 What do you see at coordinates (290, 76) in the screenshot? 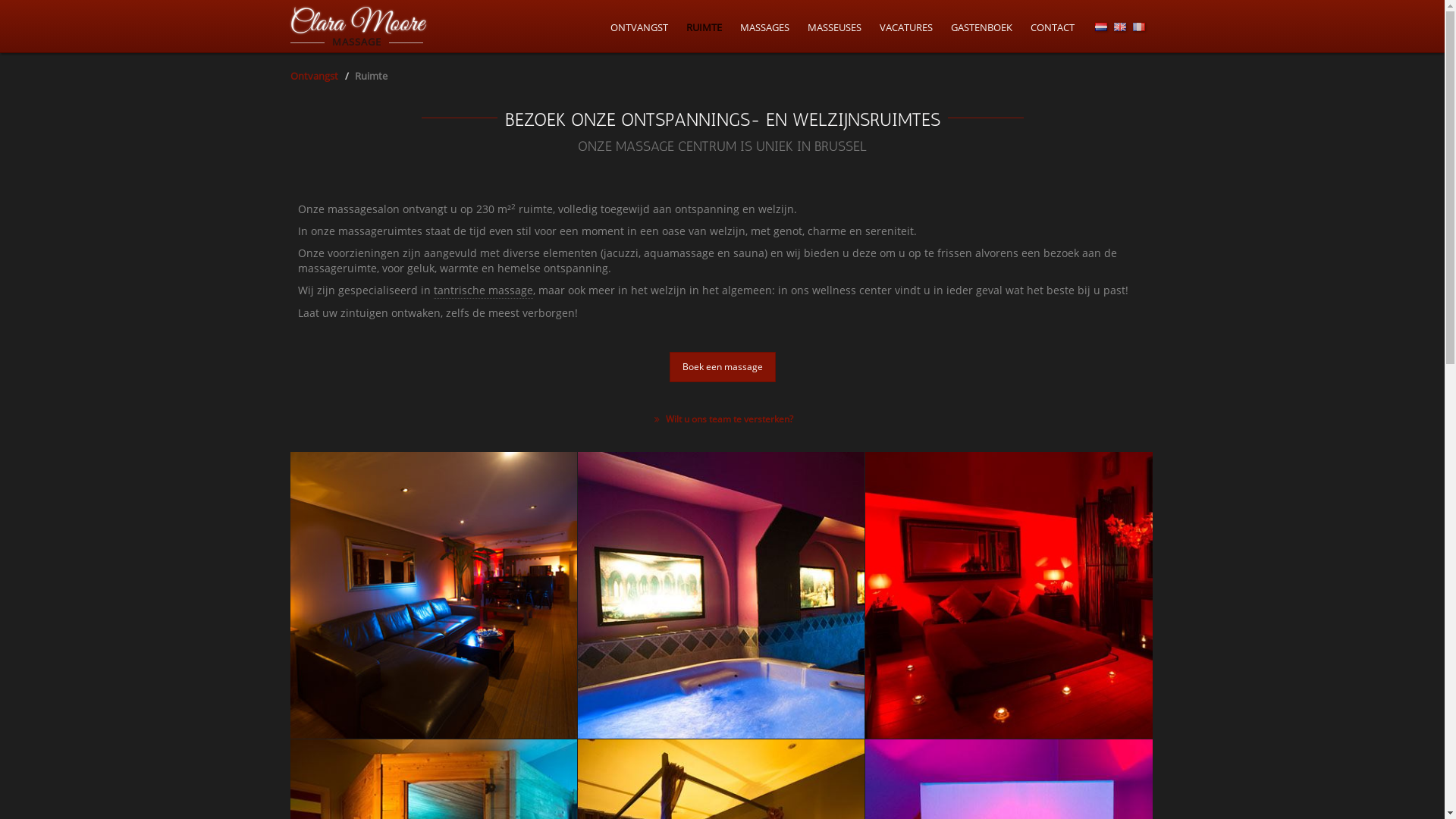
I see `'Ontvangst'` at bounding box center [290, 76].